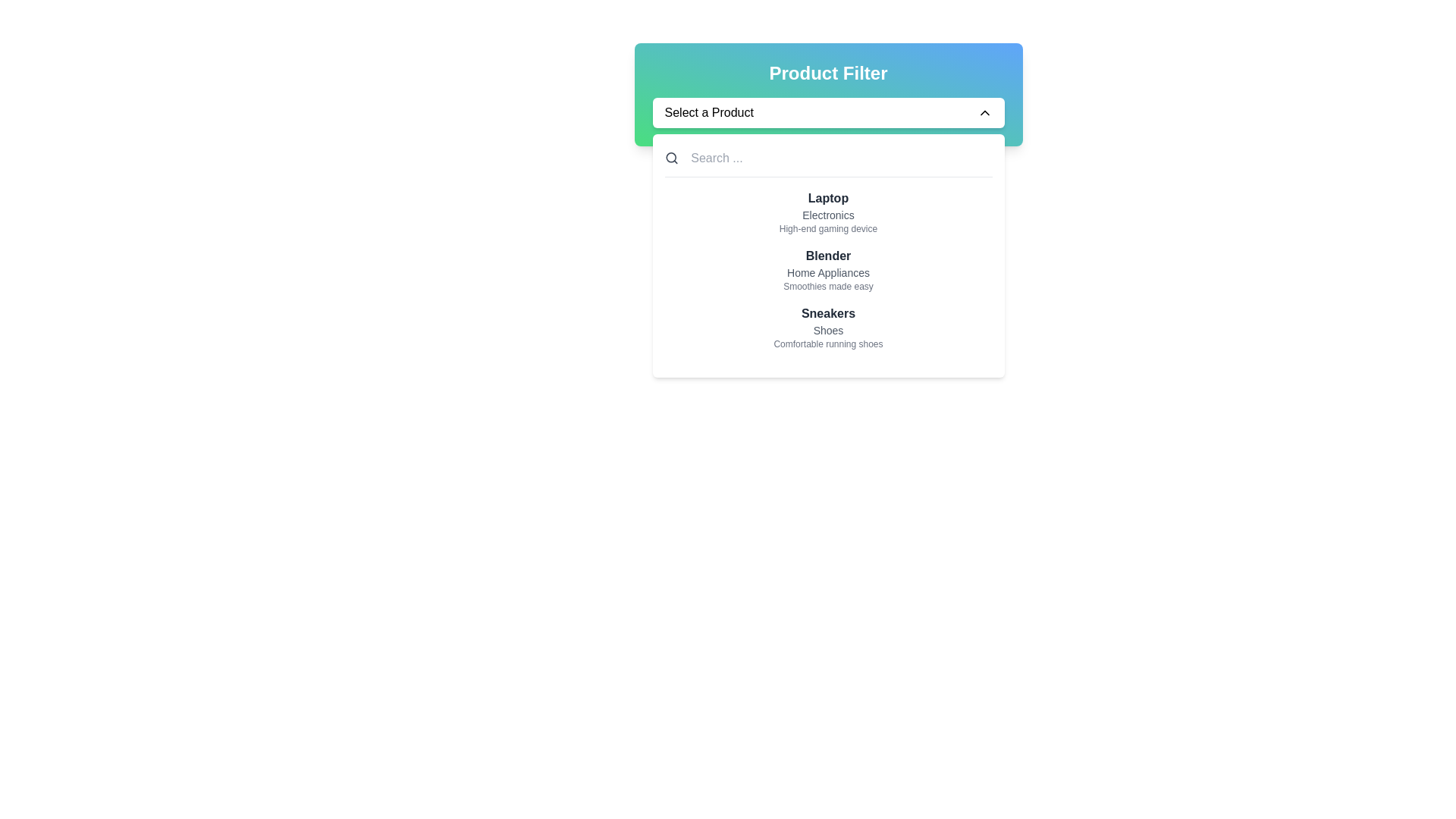 The height and width of the screenshot is (819, 1456). I want to click on the 'Blender' dropdown menu item to trigger its hover effect, which consists of a bold title, a smaller description, and supporting detail, located in a scrollable dropdown menu, so click(827, 268).